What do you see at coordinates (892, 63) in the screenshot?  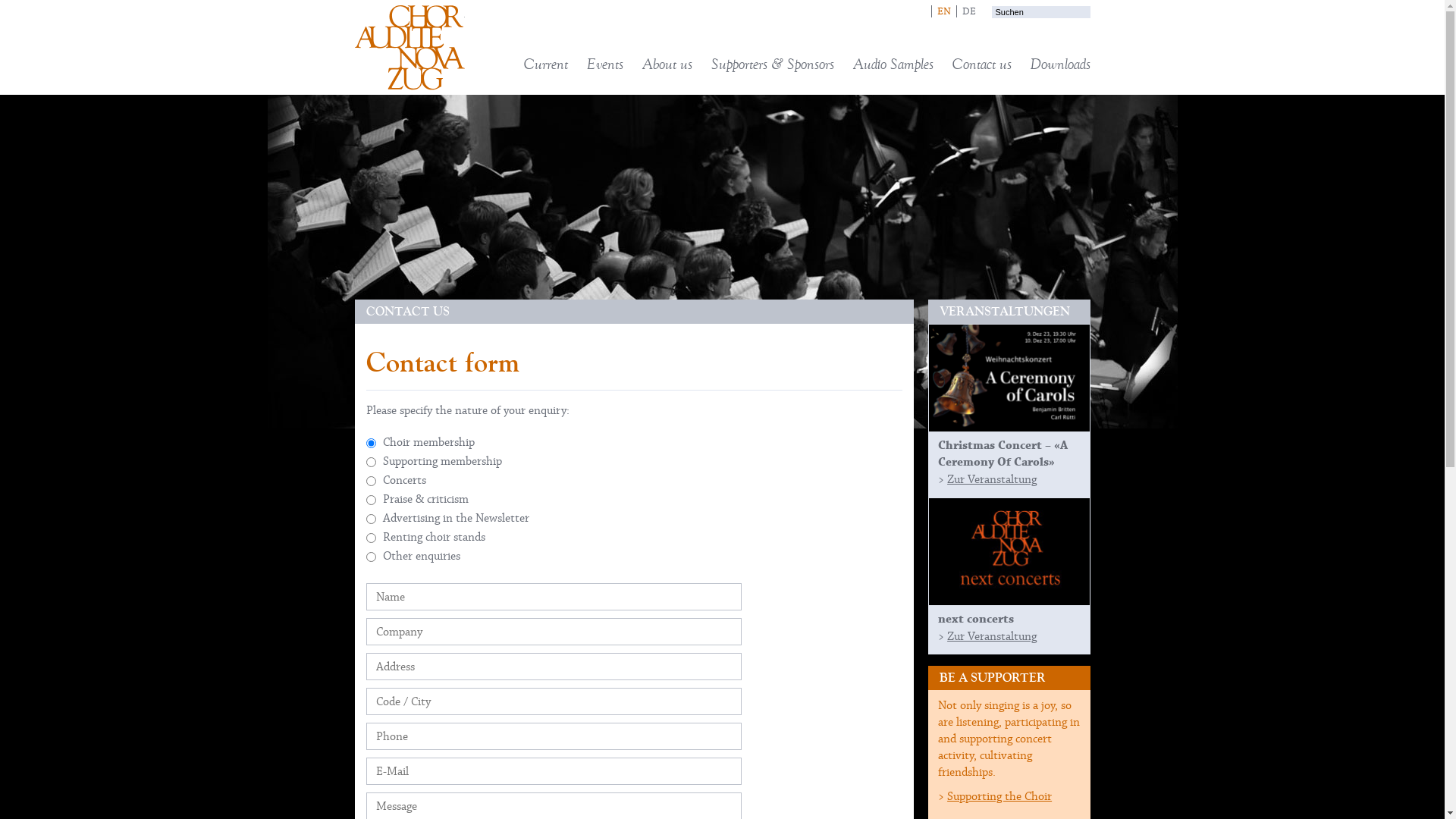 I see `'Audio Samples'` at bounding box center [892, 63].